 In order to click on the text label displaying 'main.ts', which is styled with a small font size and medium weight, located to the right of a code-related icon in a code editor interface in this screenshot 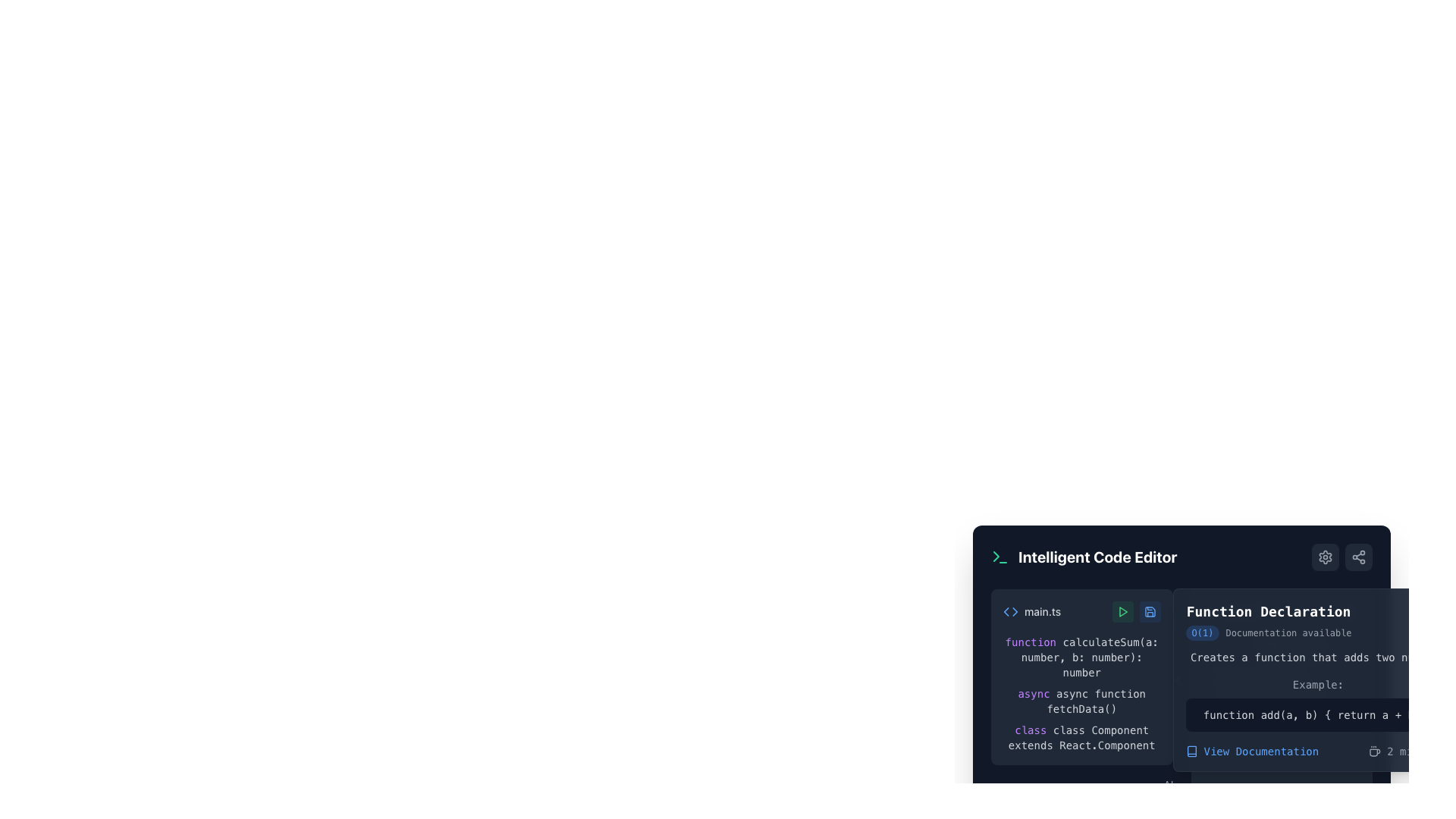, I will do `click(1041, 610)`.